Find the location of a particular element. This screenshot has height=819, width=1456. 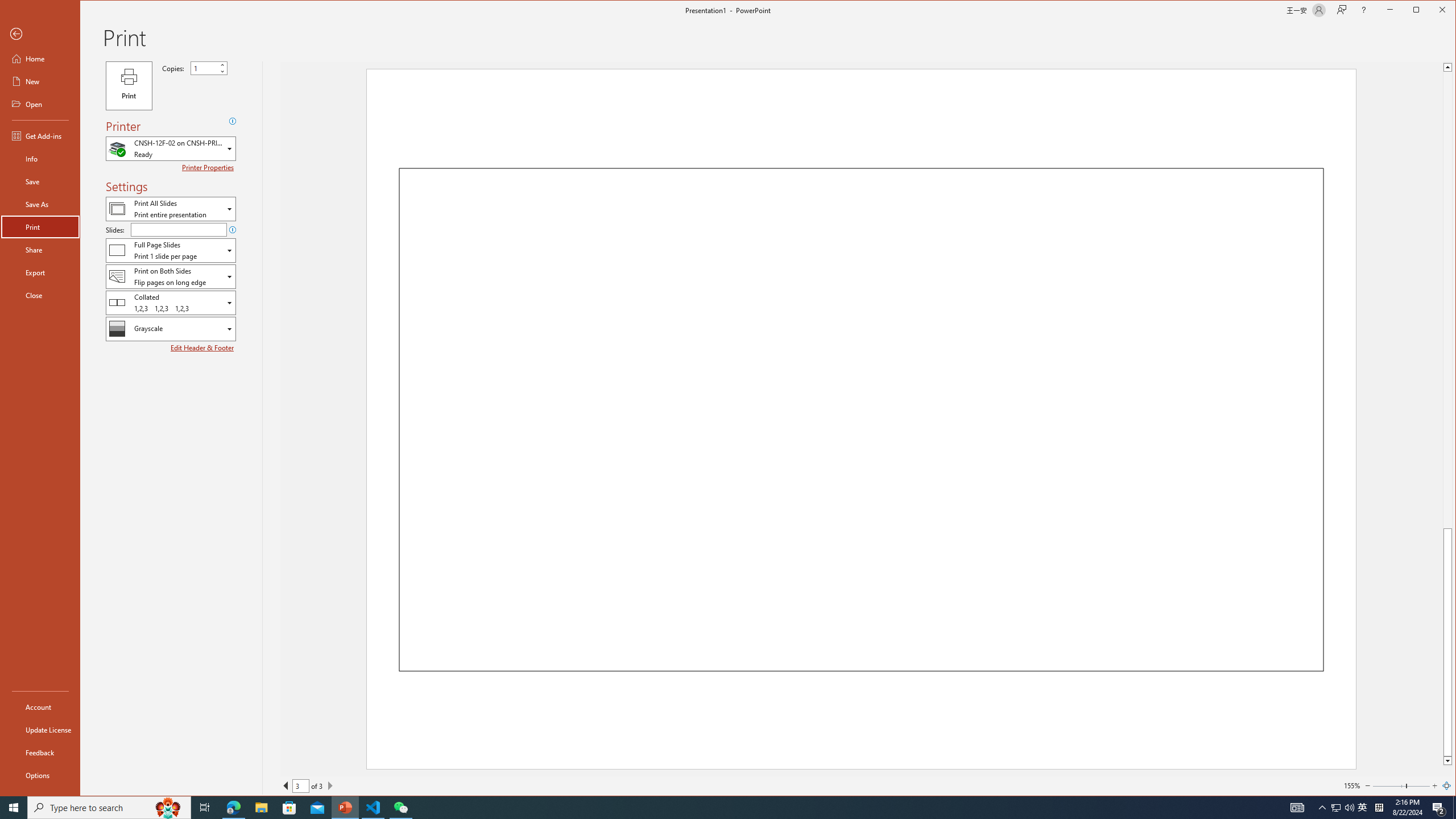

'Which Printer' is located at coordinates (170, 148).